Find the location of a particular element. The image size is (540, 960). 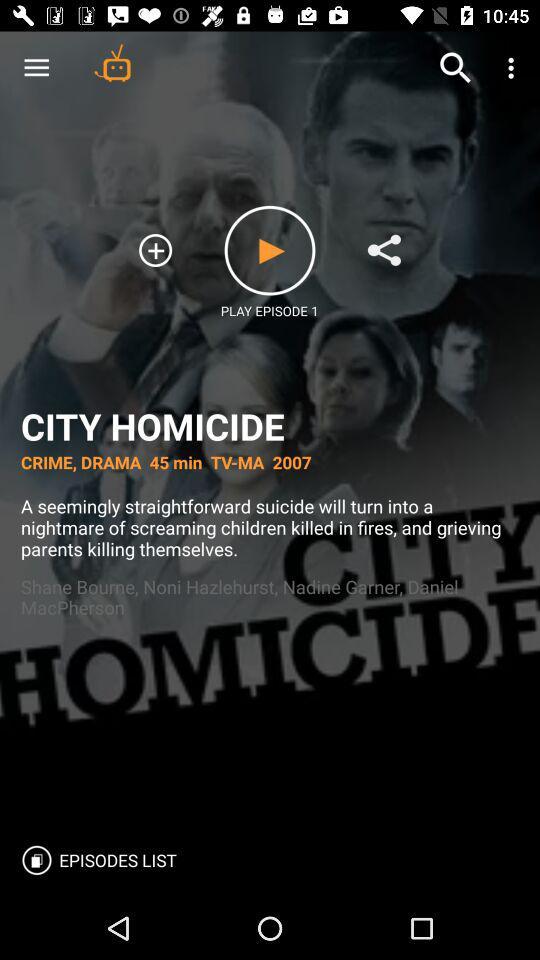

the add icon is located at coordinates (154, 249).